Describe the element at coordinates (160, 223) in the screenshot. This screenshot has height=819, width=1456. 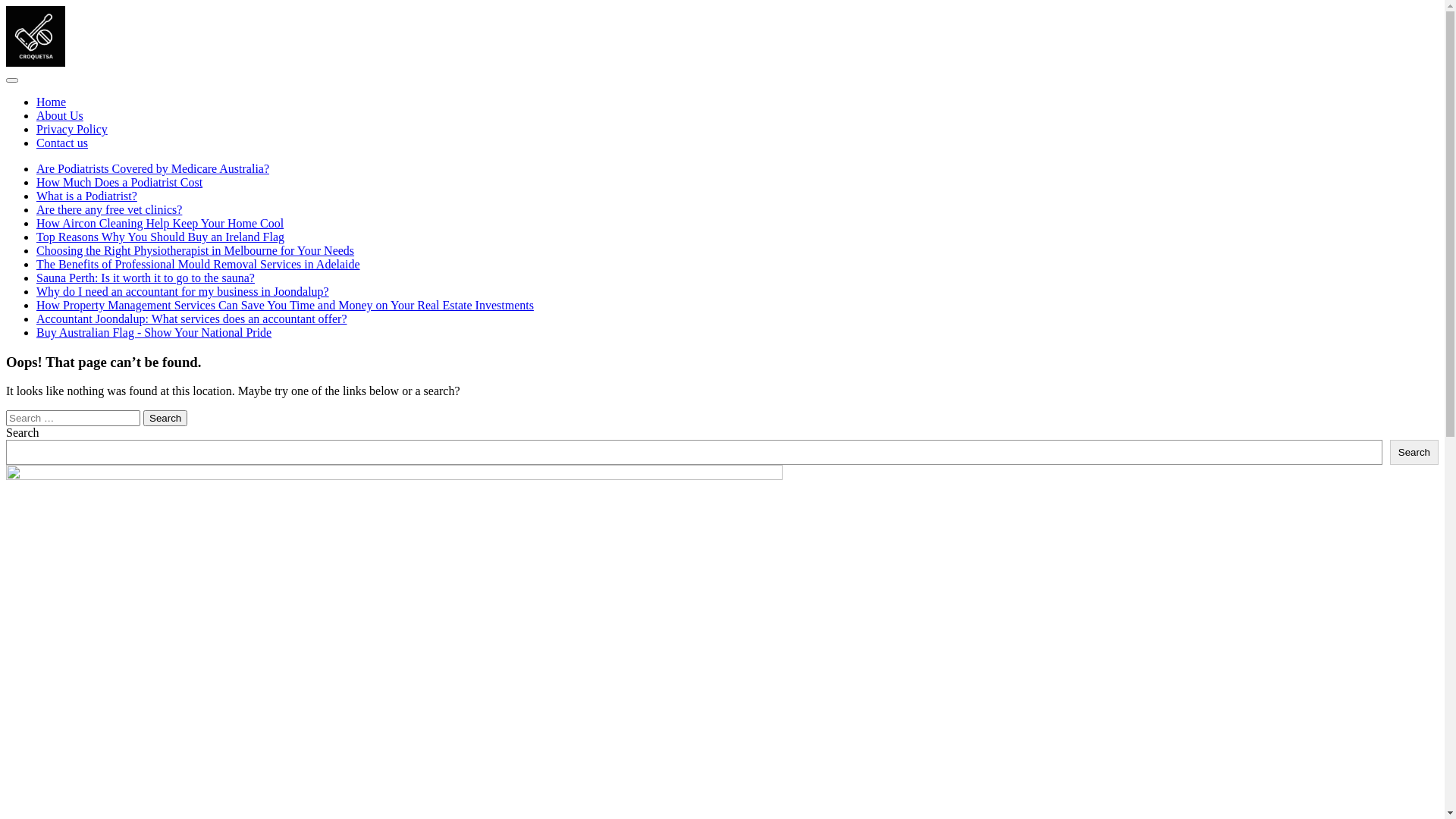
I see `'How Aircon Cleaning Help Keep Your Home Cool'` at that location.